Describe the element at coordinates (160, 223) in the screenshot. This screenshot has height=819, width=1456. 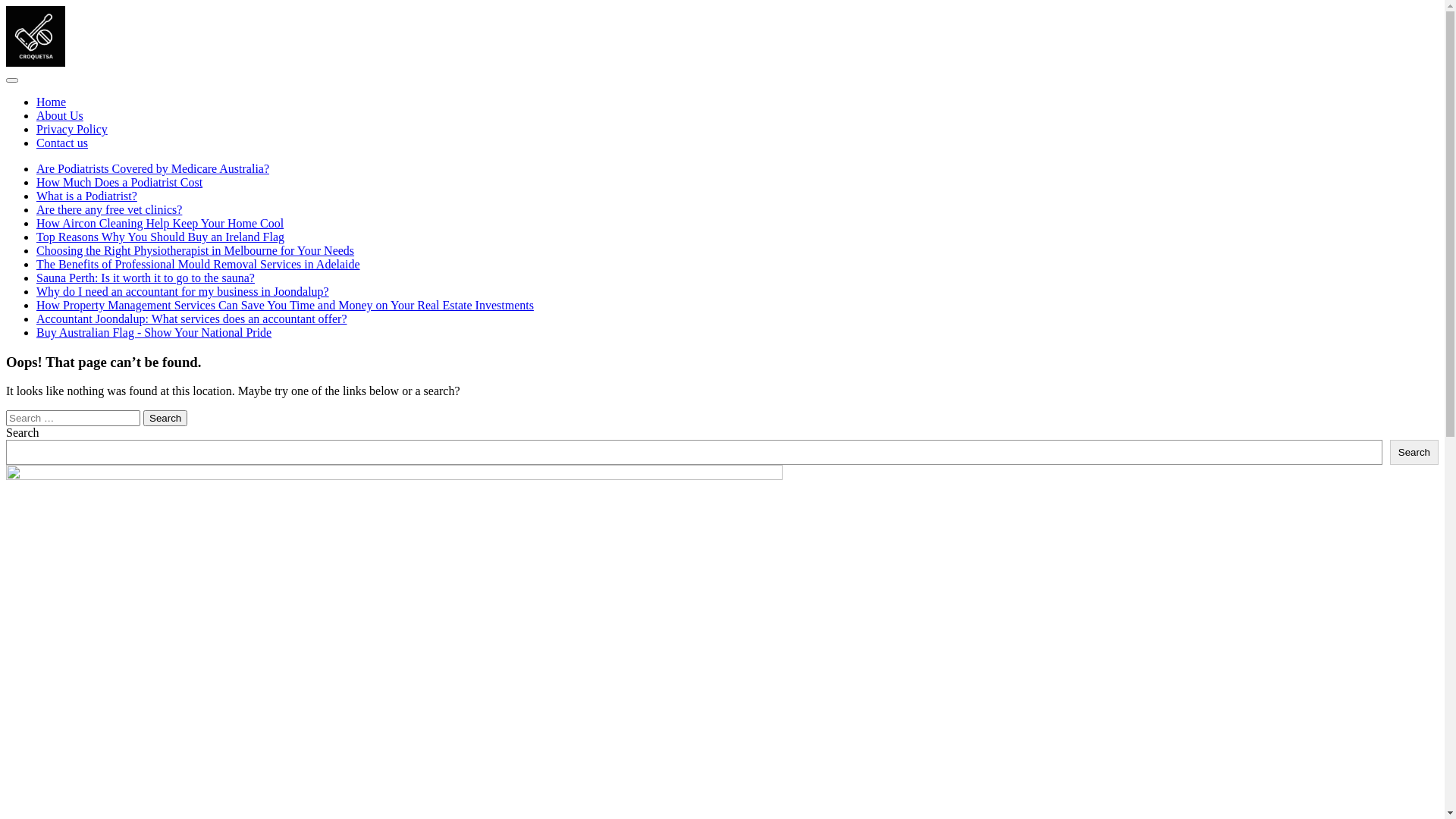
I see `'How Aircon Cleaning Help Keep Your Home Cool'` at that location.